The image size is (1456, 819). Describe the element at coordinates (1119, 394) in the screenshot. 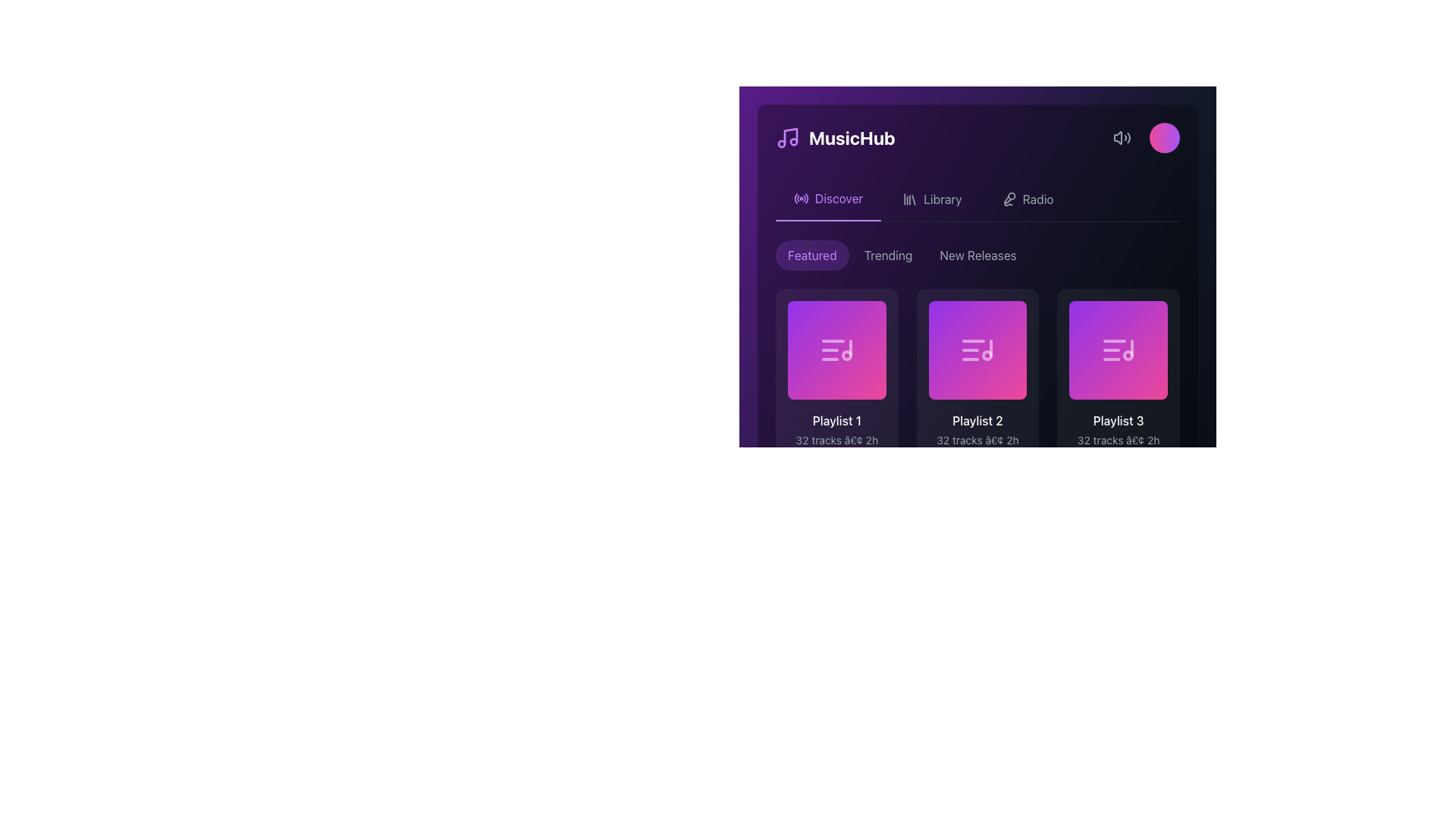

I see `the 'Playlist 3' card` at that location.